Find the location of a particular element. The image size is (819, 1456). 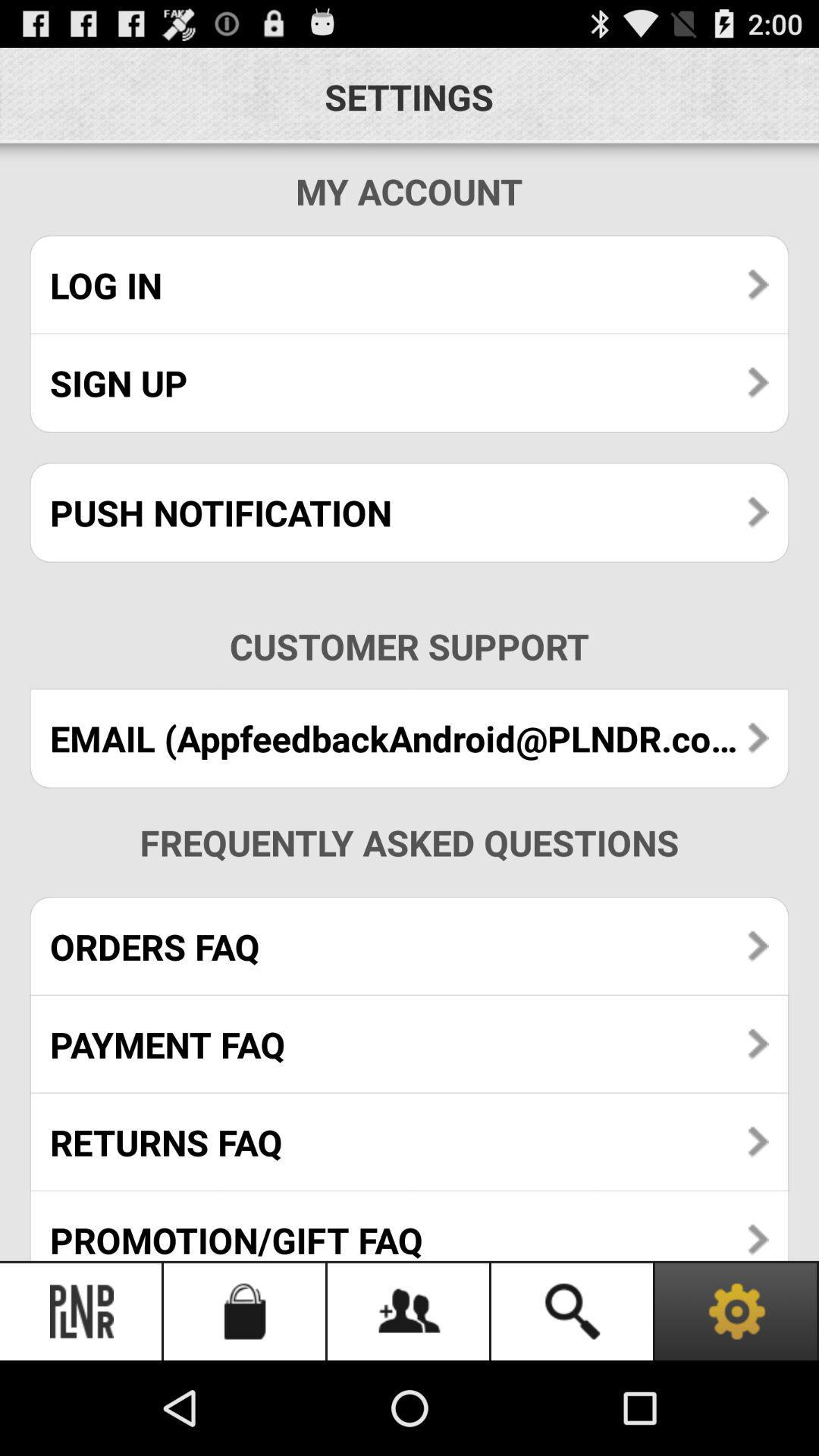

the item above the payment faq icon is located at coordinates (409, 946).